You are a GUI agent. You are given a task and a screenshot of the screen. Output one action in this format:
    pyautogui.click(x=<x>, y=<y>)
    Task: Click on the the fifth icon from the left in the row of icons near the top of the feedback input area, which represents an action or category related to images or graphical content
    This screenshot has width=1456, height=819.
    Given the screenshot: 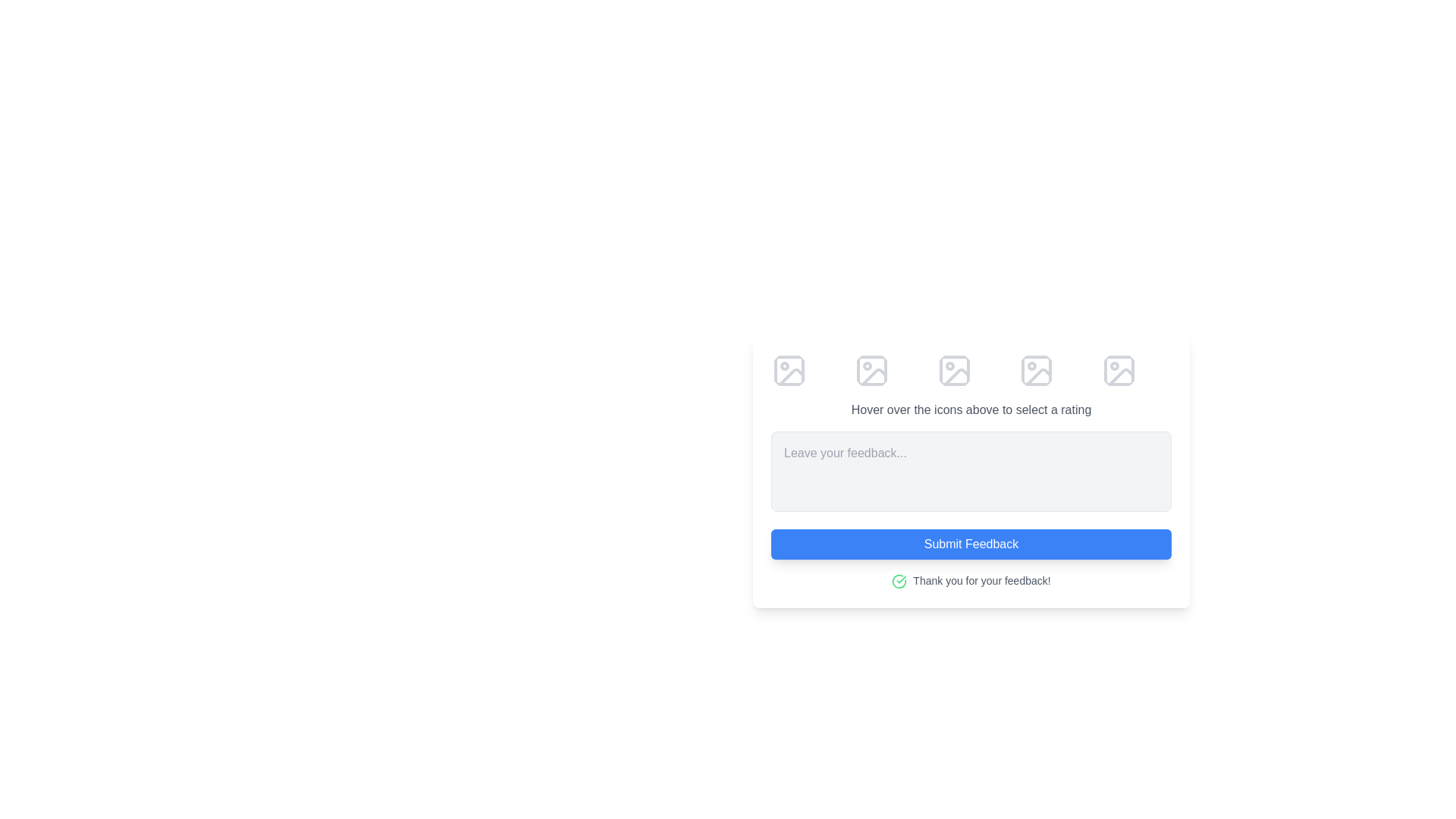 What is the action you would take?
    pyautogui.click(x=1122, y=376)
    